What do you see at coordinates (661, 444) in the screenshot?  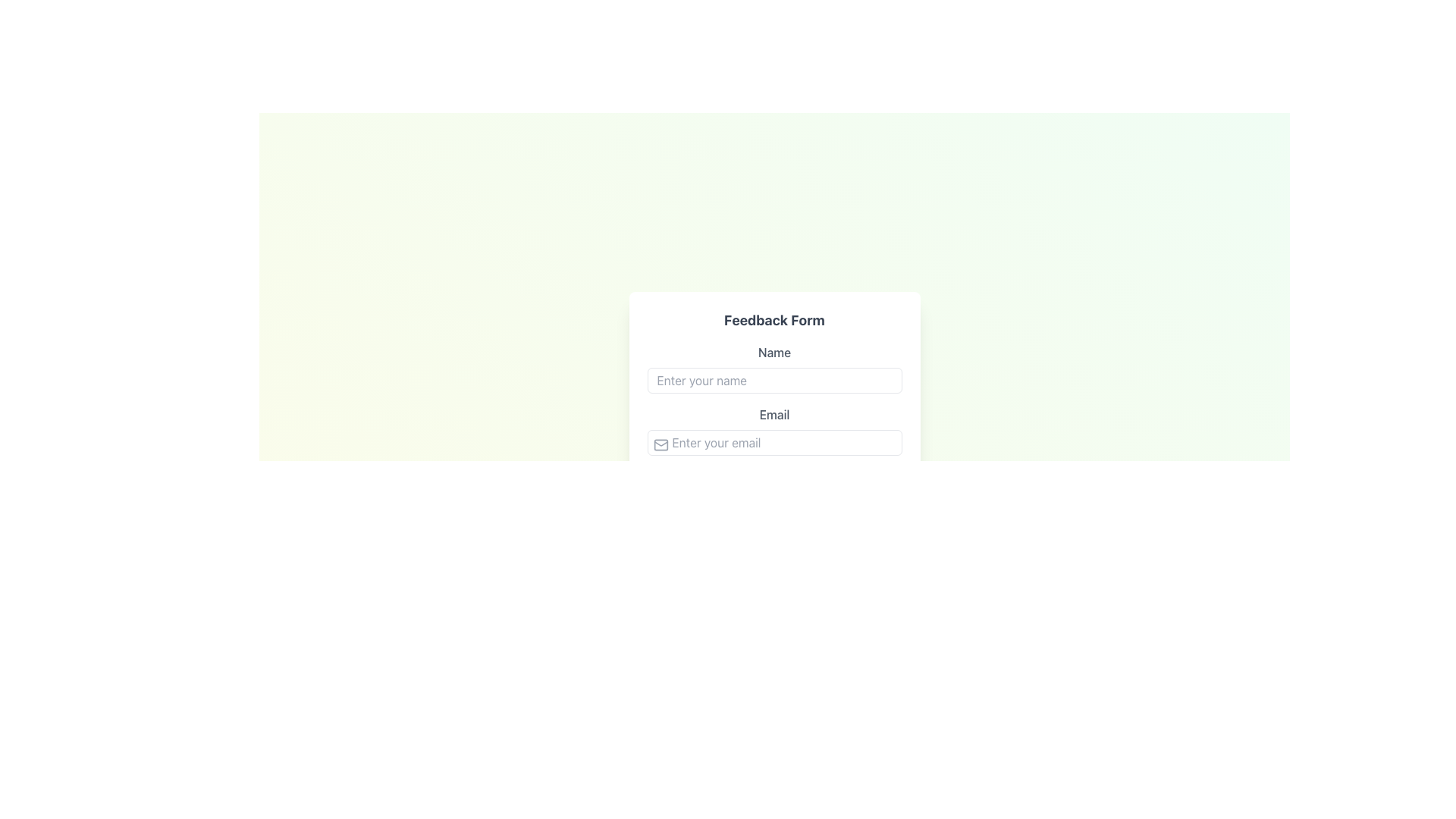 I see `the envelope icon representing email functionality, which is light gray with a rounded border, located to the left of the email input field in the feedback form UI` at bounding box center [661, 444].